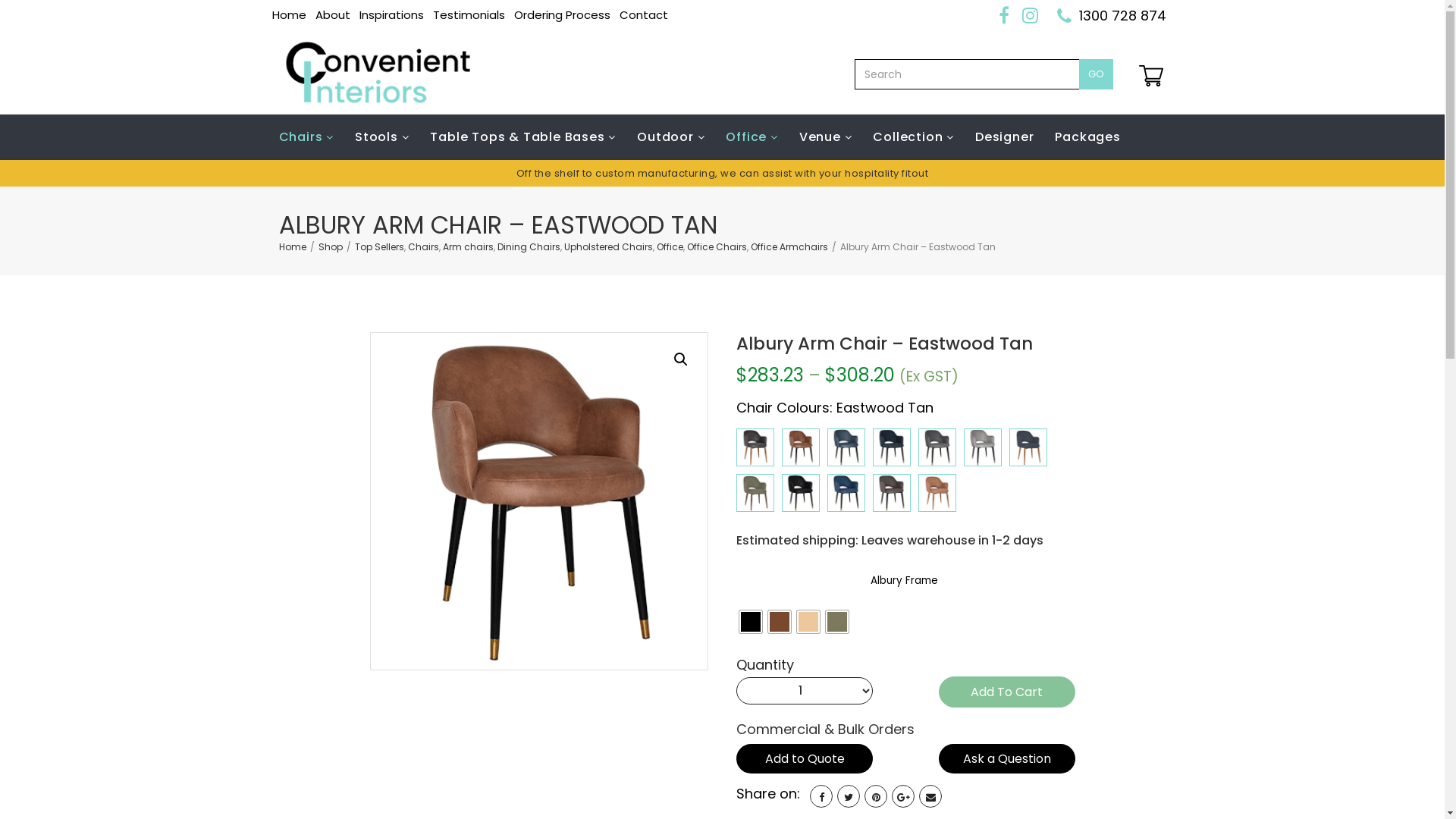 The width and height of the screenshot is (1456, 819). Describe the element at coordinates (330, 246) in the screenshot. I see `'Shop'` at that location.